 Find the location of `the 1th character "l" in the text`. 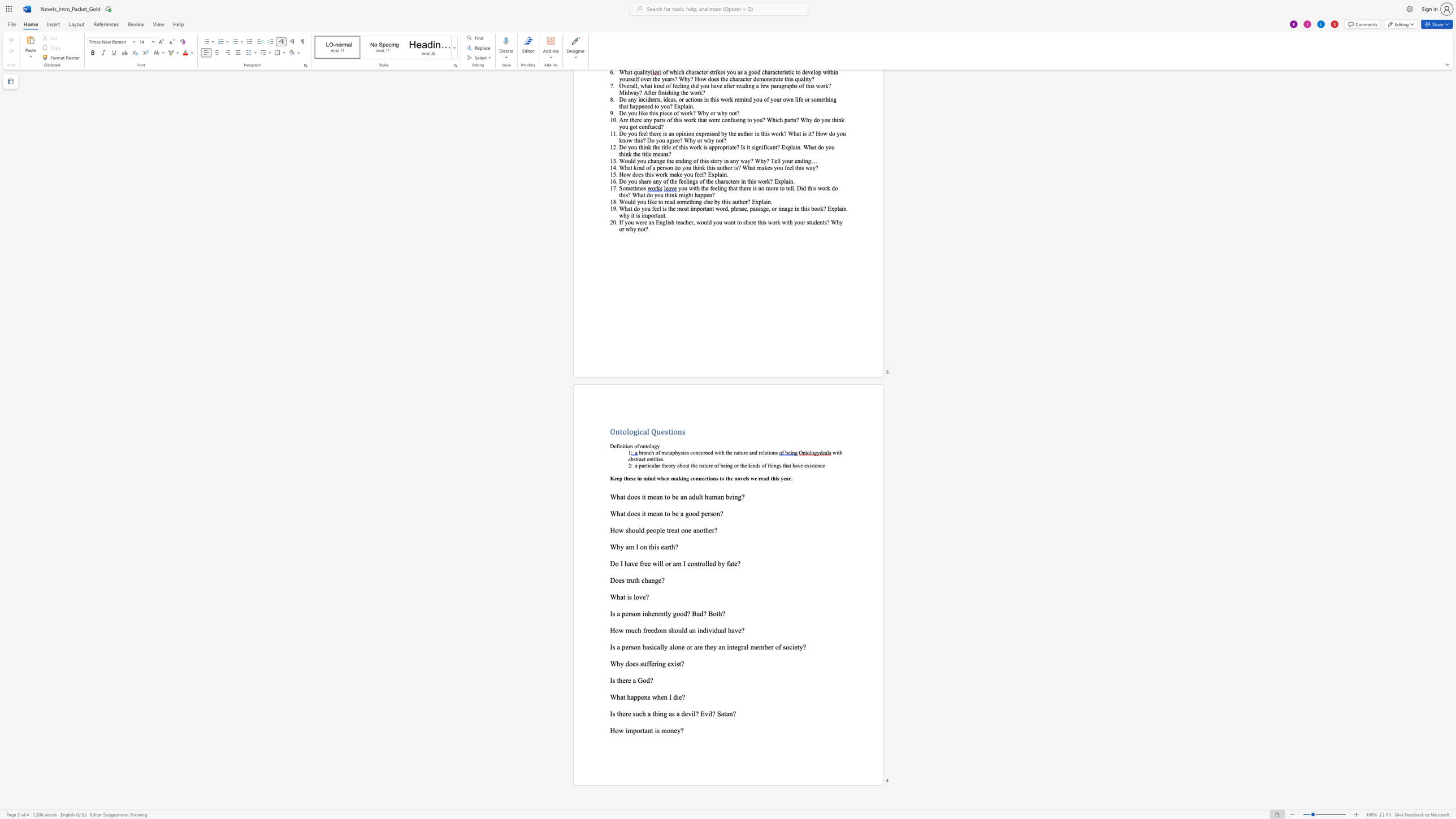

the 1th character "l" in the text is located at coordinates (660, 647).